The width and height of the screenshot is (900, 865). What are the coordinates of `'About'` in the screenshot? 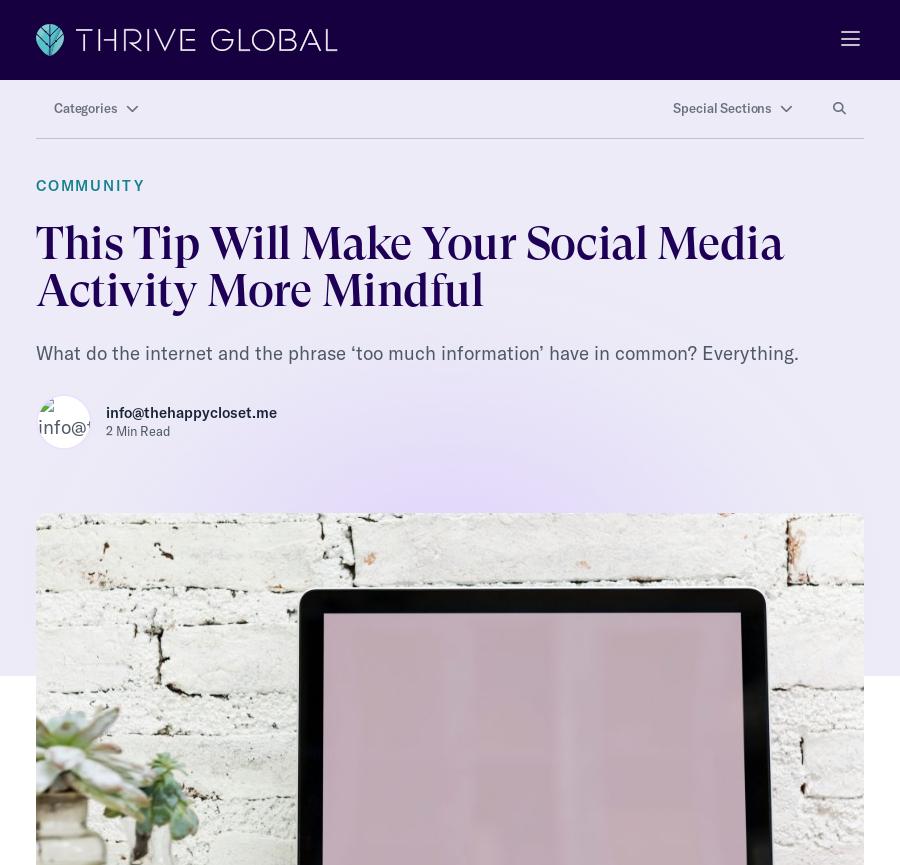 It's located at (35, 846).